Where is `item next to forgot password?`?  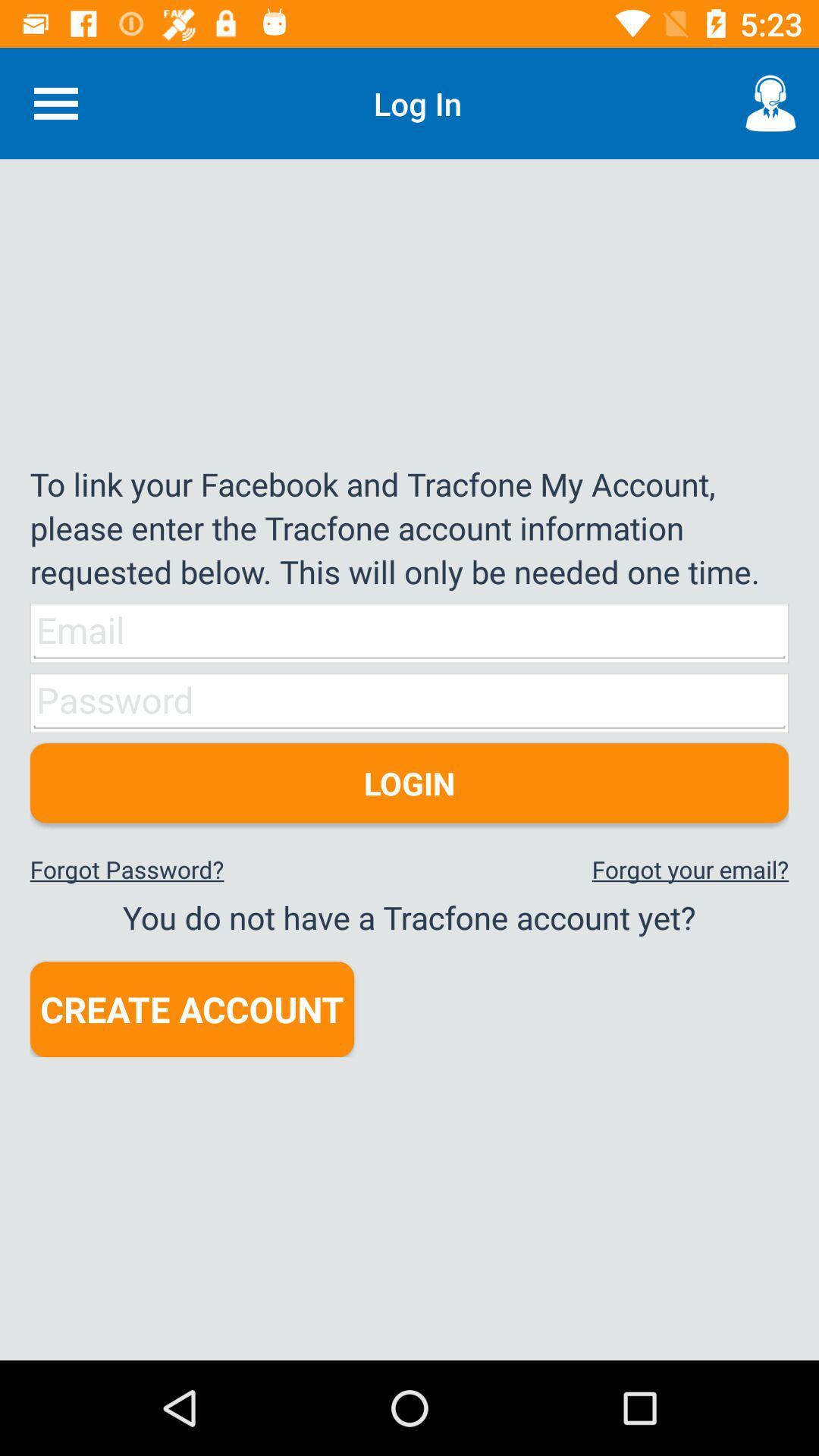
item next to forgot password? is located at coordinates (690, 869).